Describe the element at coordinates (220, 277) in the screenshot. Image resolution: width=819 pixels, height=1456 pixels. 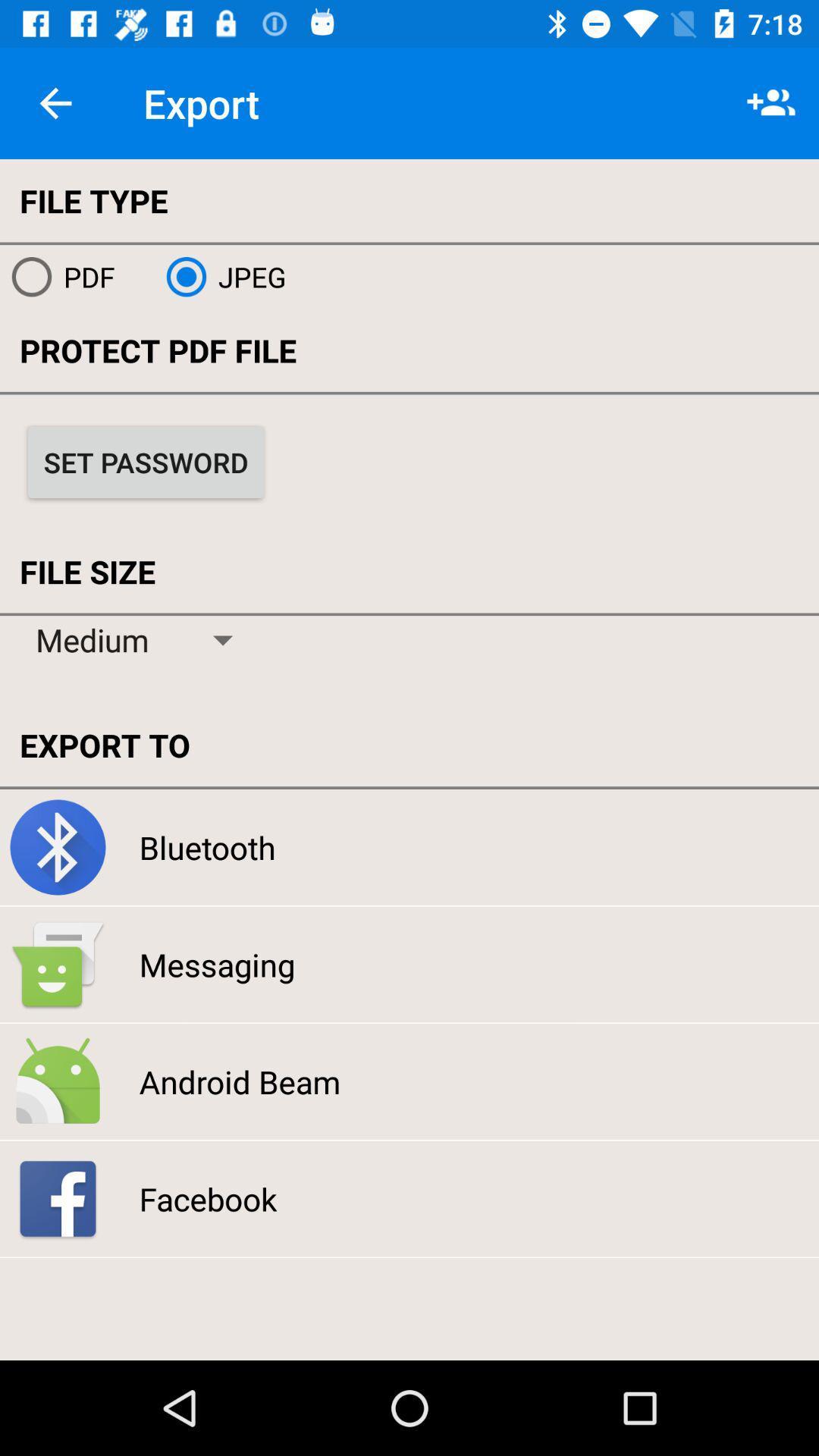
I see `the jpeg icon` at that location.